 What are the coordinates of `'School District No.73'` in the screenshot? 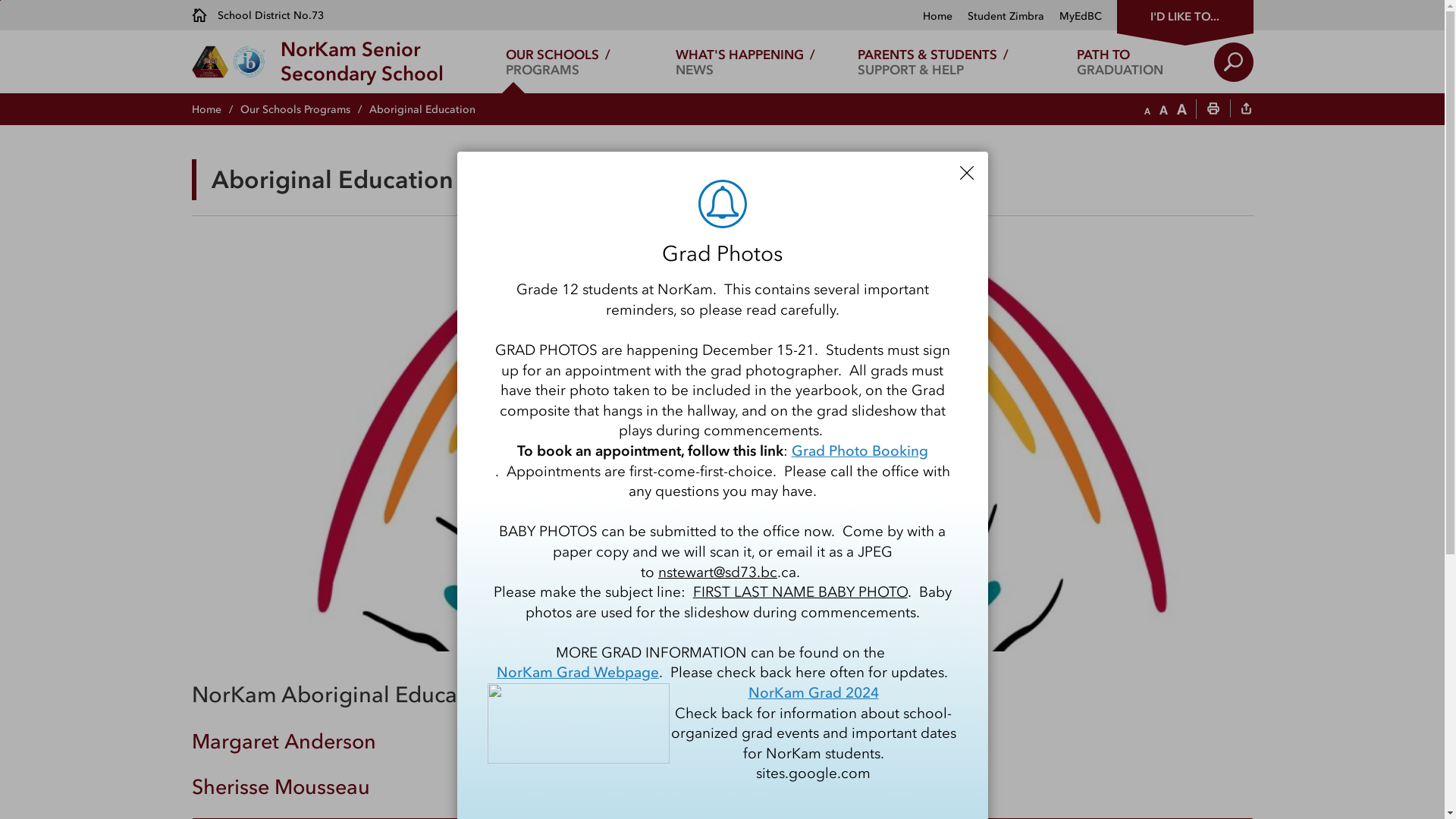 It's located at (257, 14).